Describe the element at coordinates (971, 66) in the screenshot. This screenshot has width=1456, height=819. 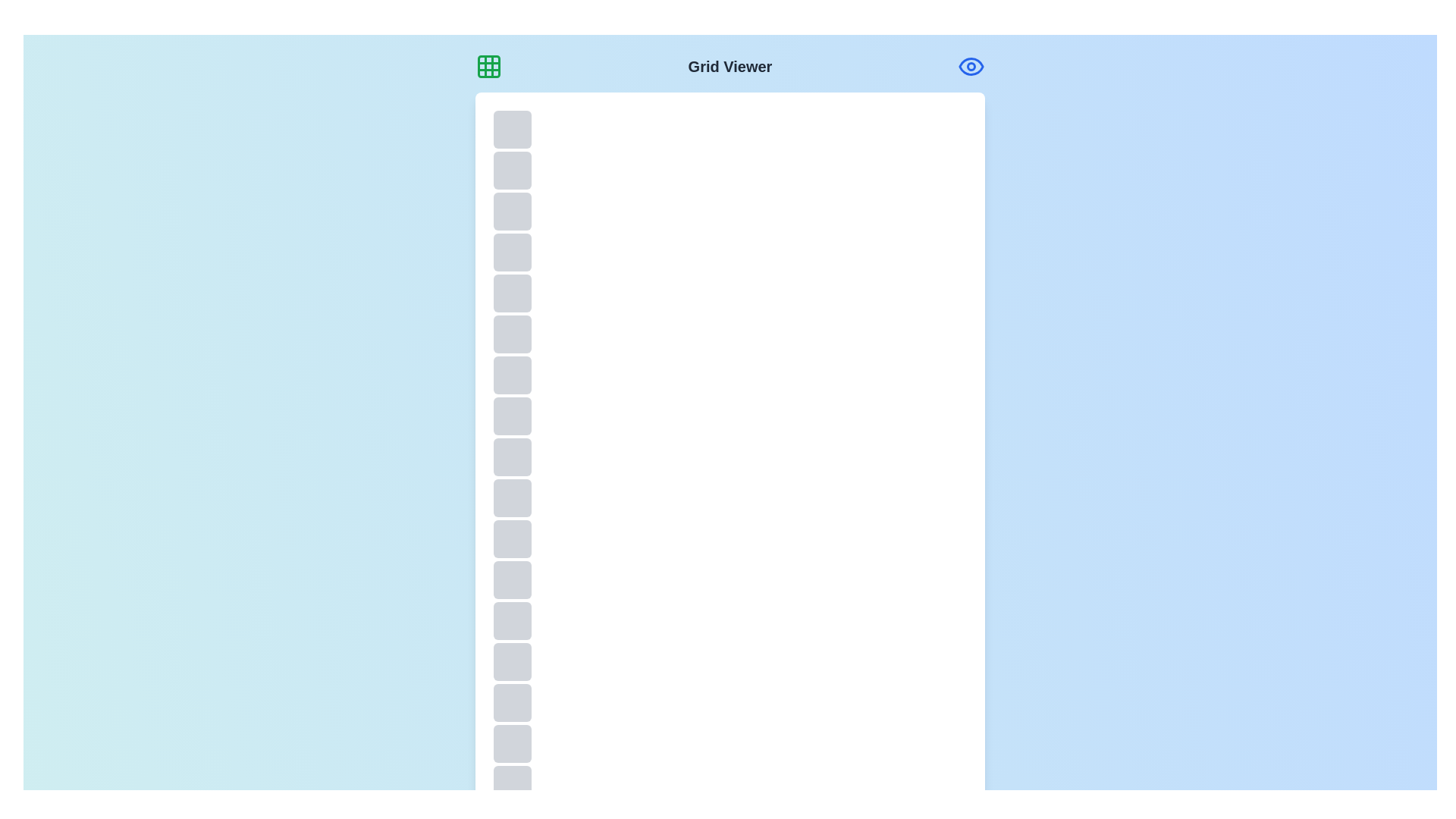
I see `the Eye icon` at that location.